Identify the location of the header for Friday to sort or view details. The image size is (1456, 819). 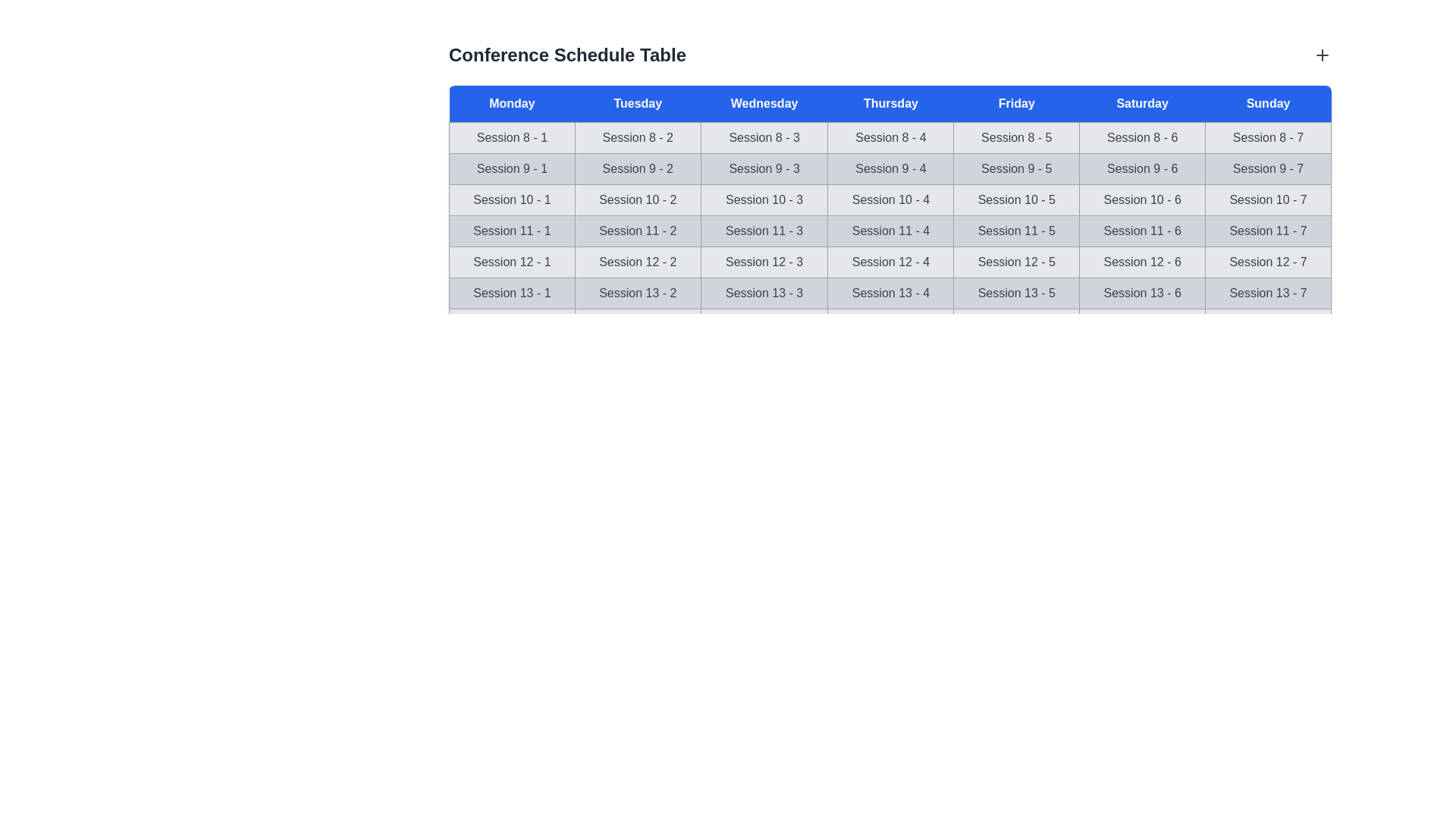
(1016, 103).